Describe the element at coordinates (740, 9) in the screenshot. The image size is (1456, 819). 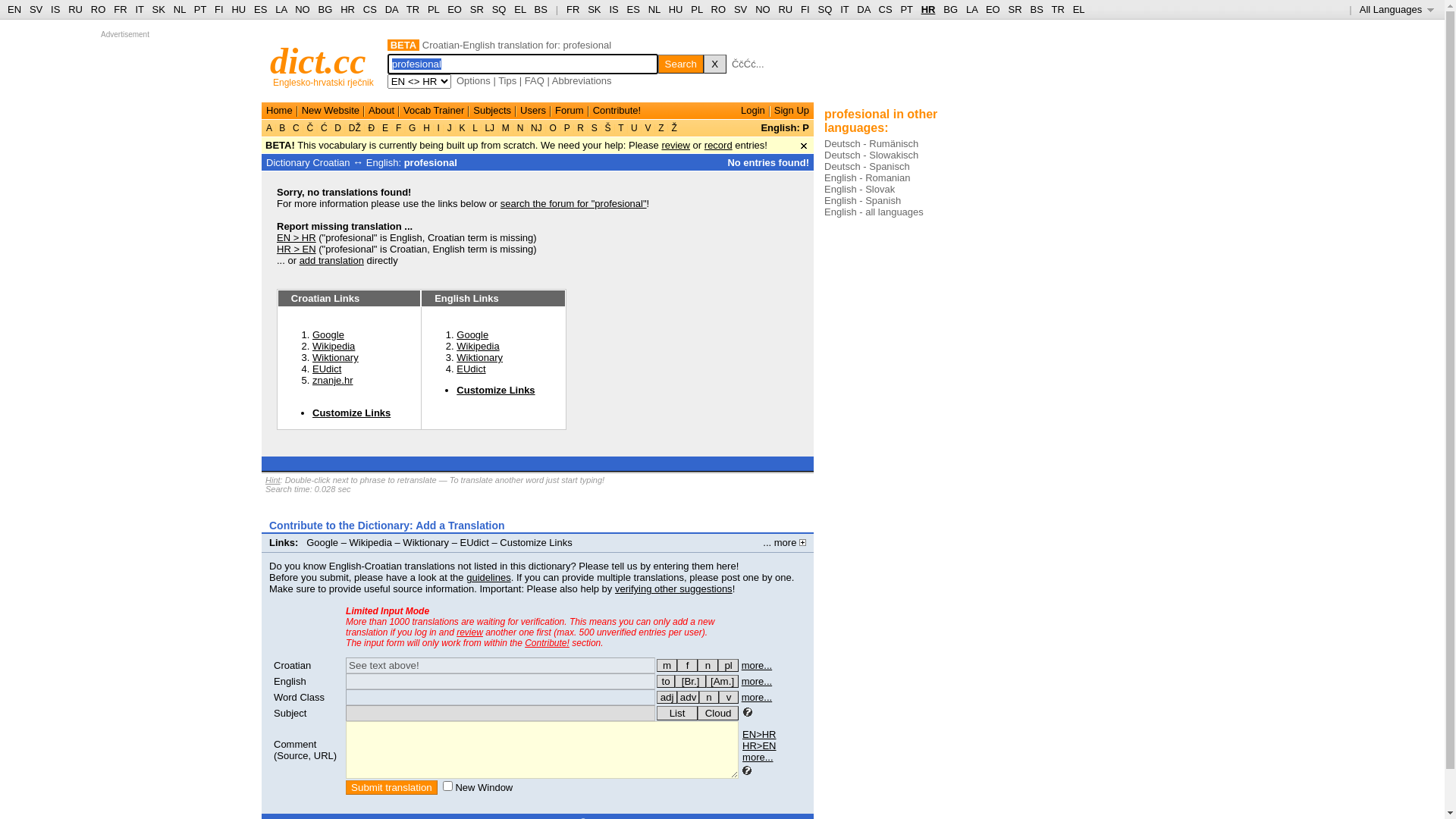
I see `'SV'` at that location.